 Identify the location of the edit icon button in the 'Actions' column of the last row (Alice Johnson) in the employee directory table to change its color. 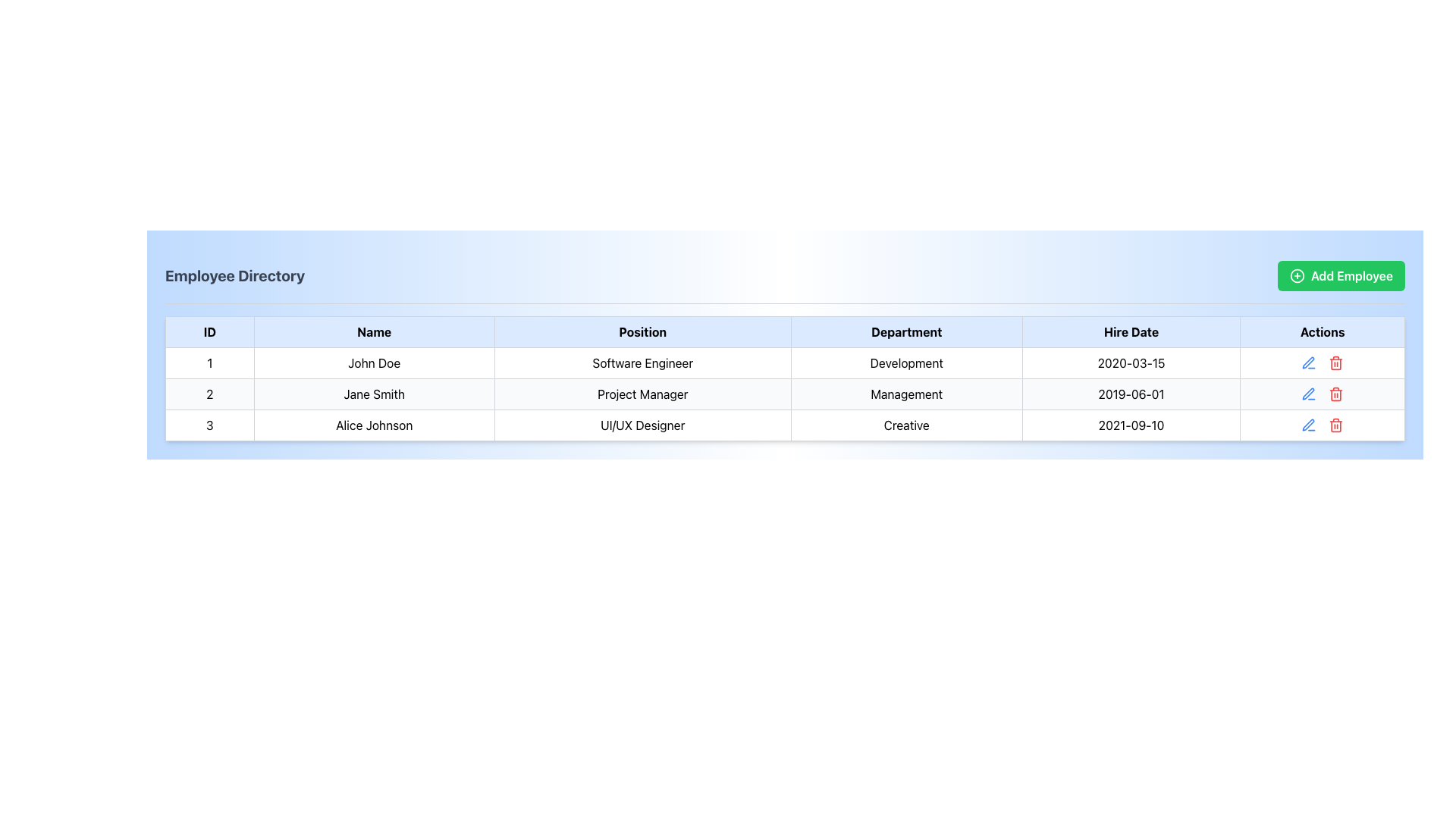
(1308, 425).